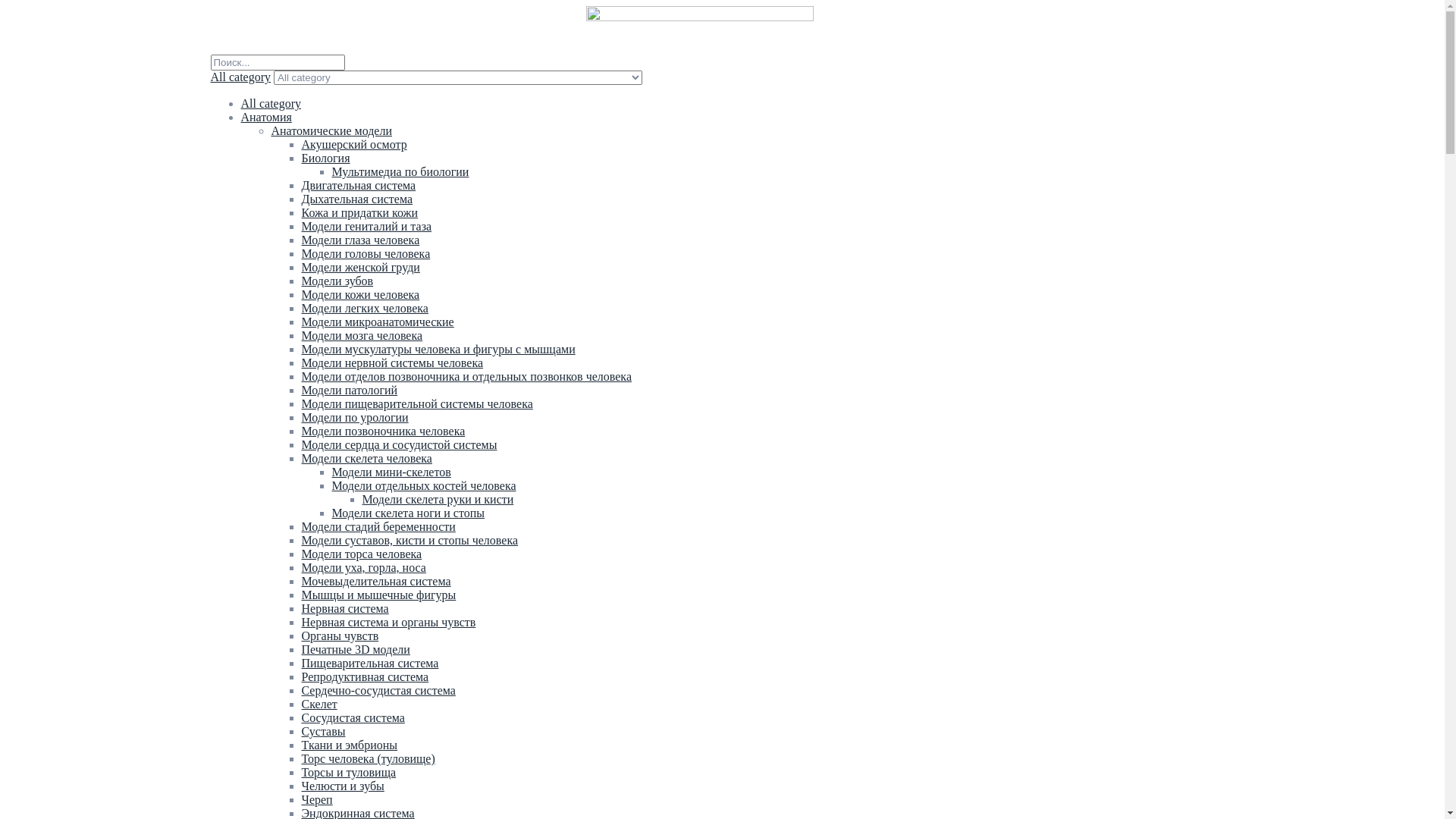  What do you see at coordinates (278, 61) in the screenshot?
I see `'Search'` at bounding box center [278, 61].